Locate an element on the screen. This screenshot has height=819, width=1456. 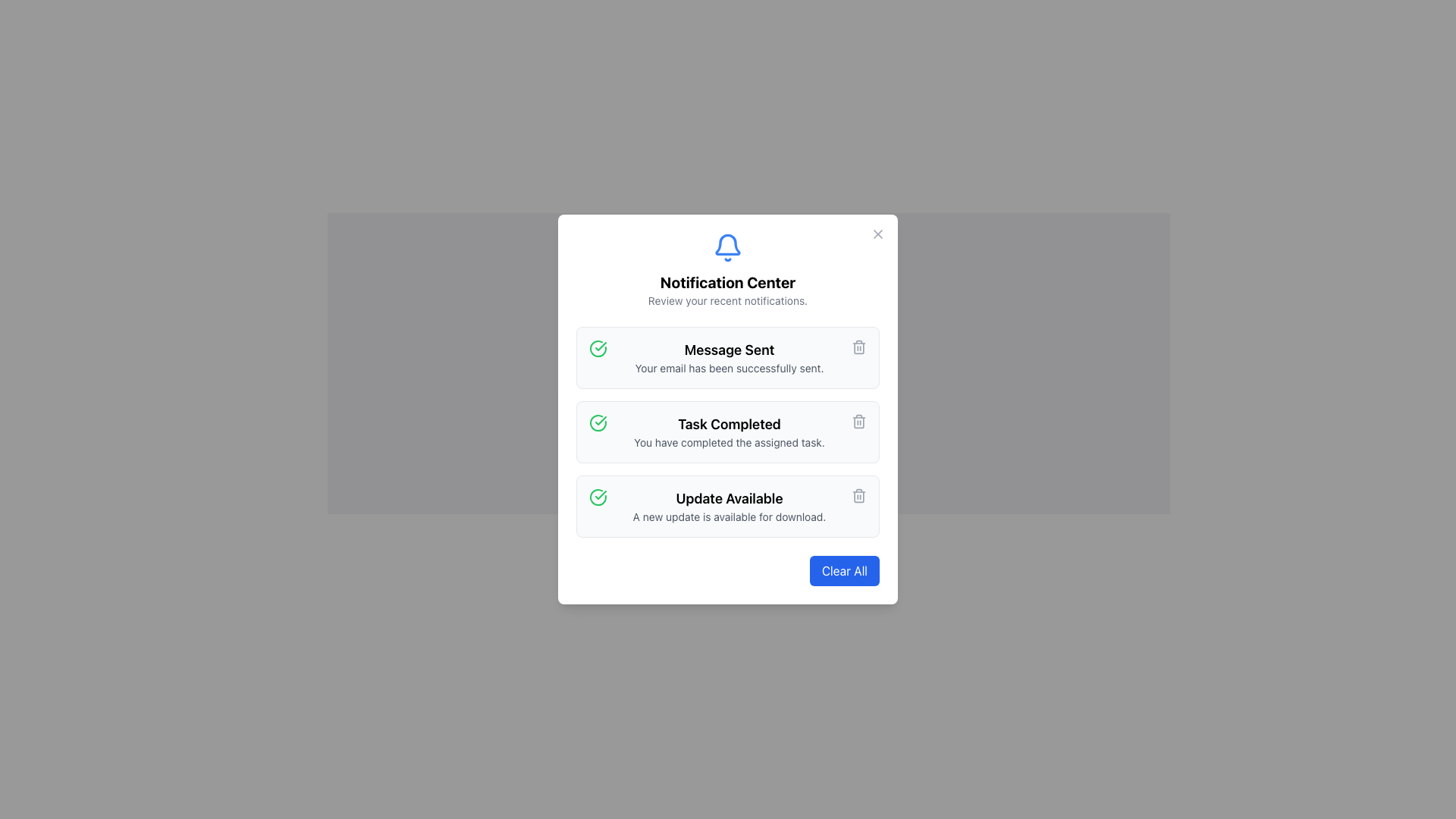
the text label displaying the message: 'You have completed the assigned task.' which is positioned under the 'Task Completed' heading in the Notification Center modal is located at coordinates (729, 442).